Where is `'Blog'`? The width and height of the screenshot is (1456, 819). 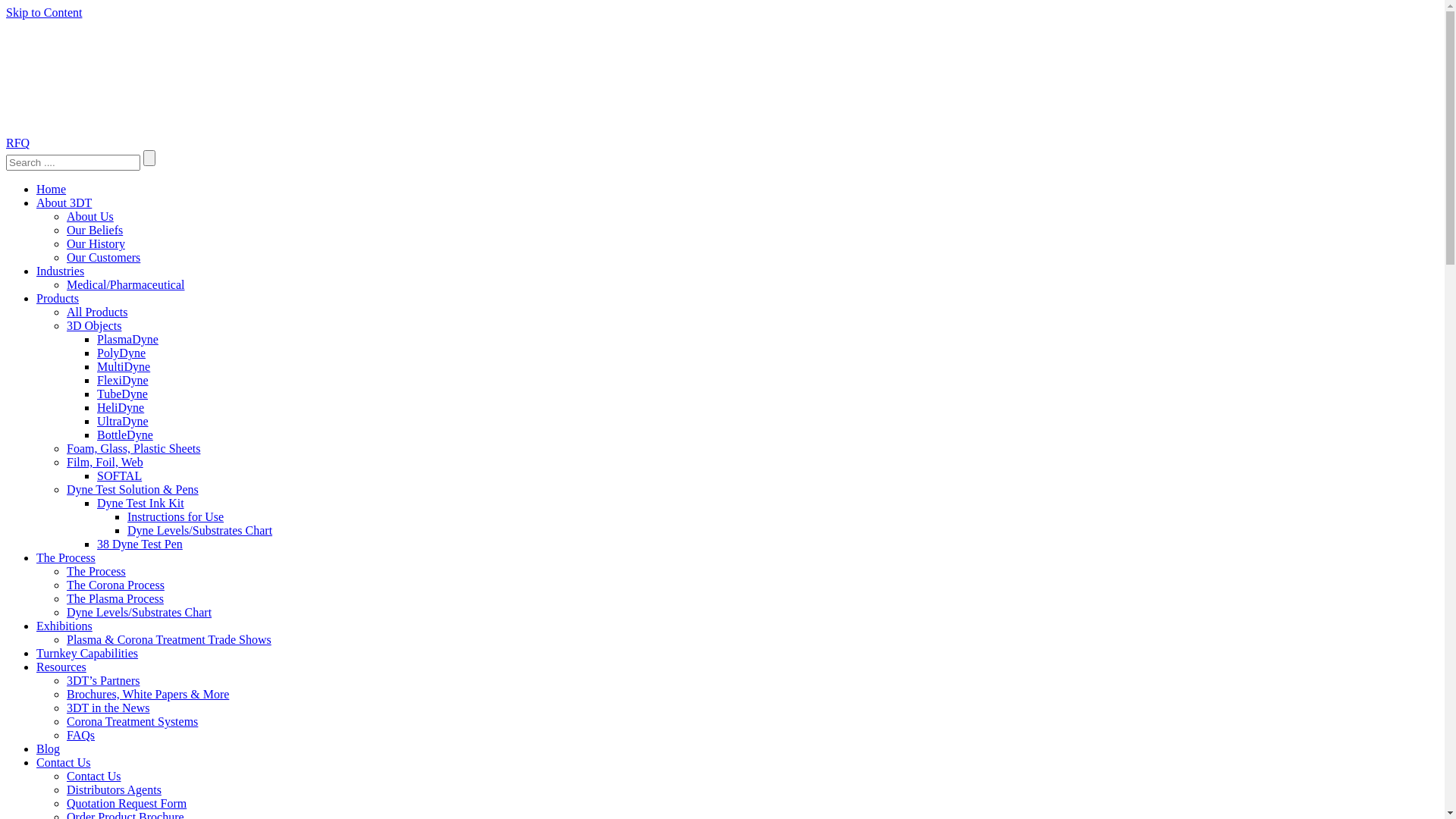 'Blog' is located at coordinates (36, 748).